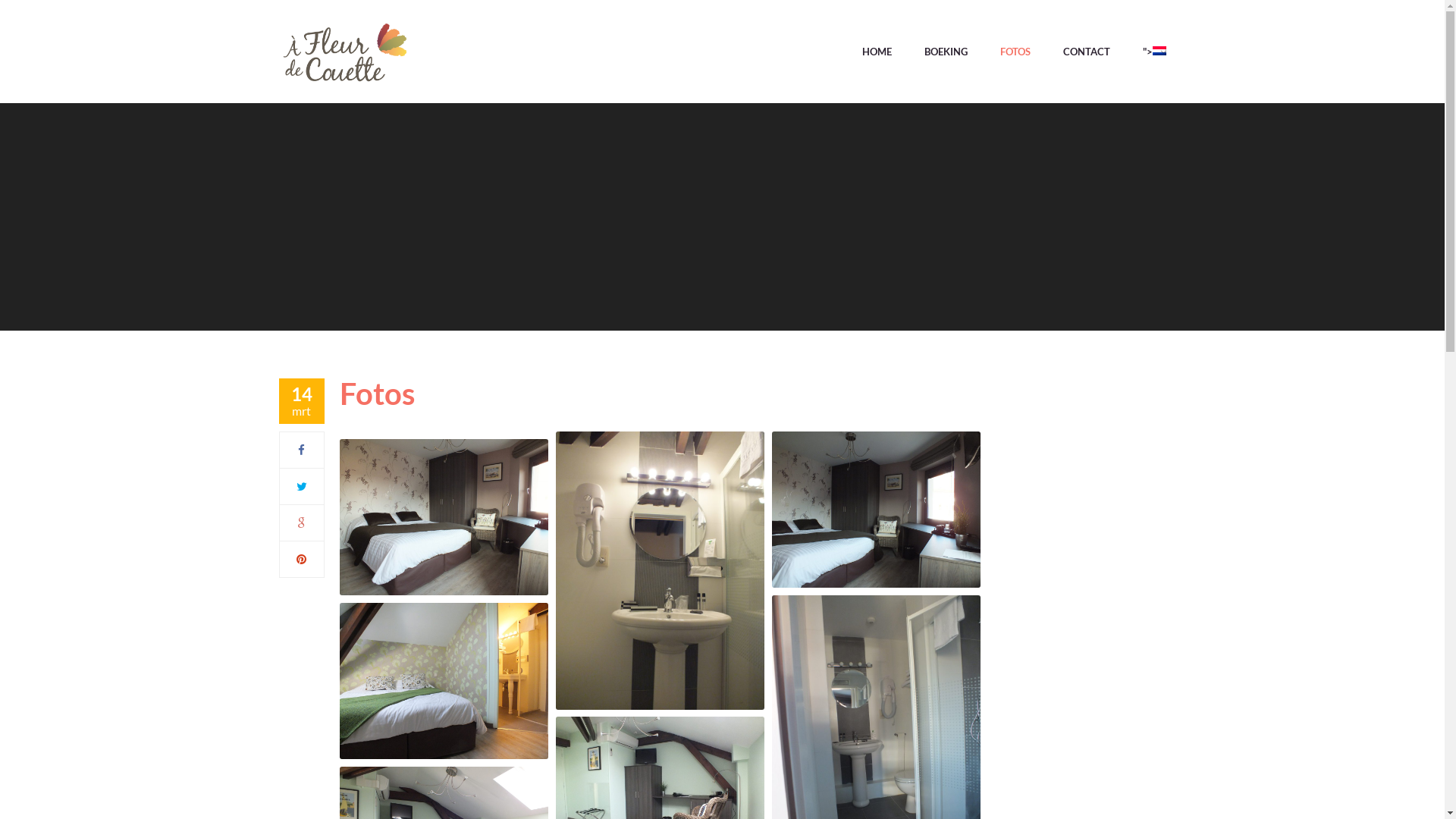 The image size is (1456, 819). What do you see at coordinates (301, 449) in the screenshot?
I see `'Facebook'` at bounding box center [301, 449].